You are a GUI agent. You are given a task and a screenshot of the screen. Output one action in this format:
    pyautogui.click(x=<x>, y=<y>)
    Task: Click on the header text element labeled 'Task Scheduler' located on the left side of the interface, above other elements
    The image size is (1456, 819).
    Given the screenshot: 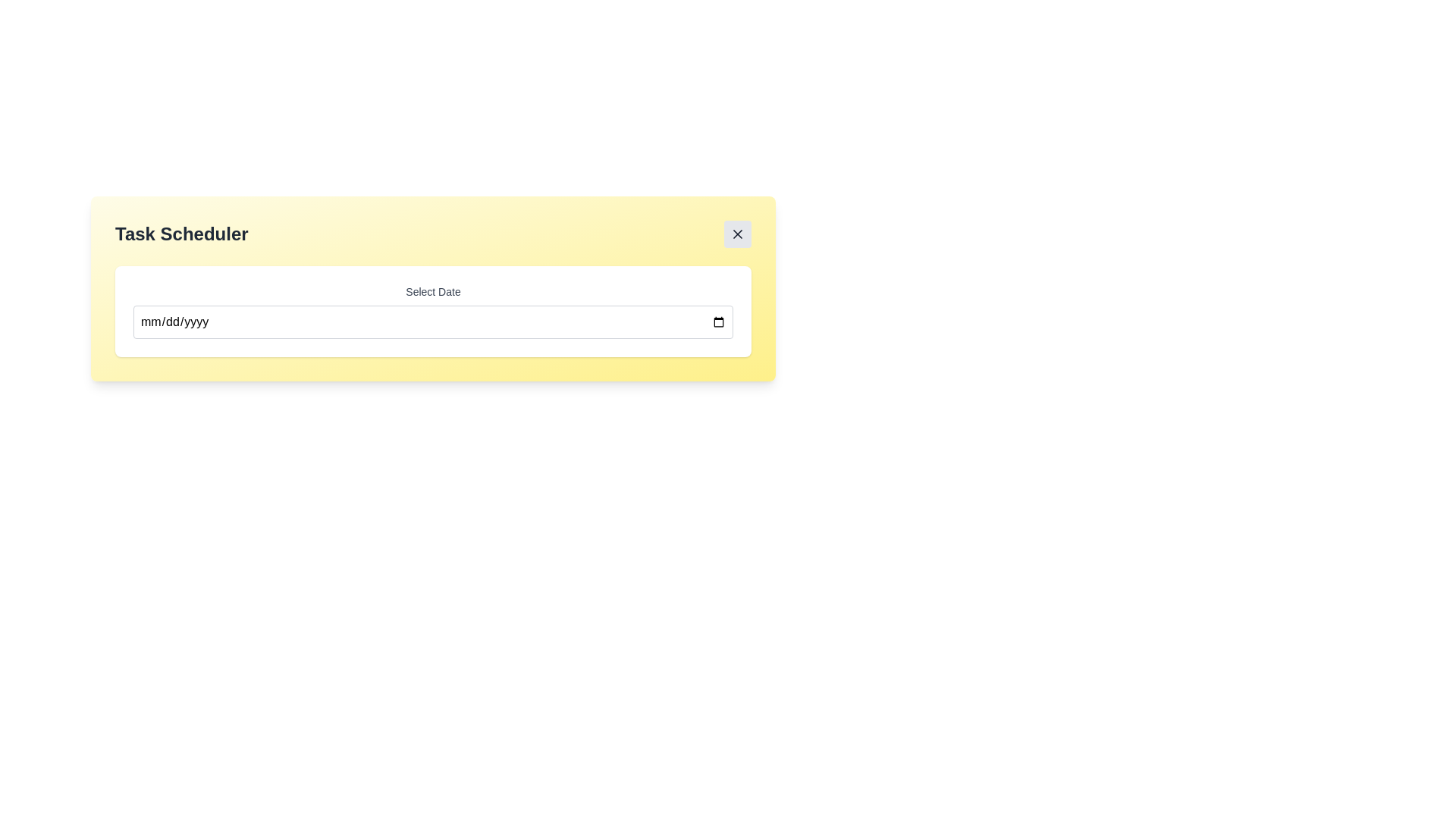 What is the action you would take?
    pyautogui.click(x=181, y=234)
    